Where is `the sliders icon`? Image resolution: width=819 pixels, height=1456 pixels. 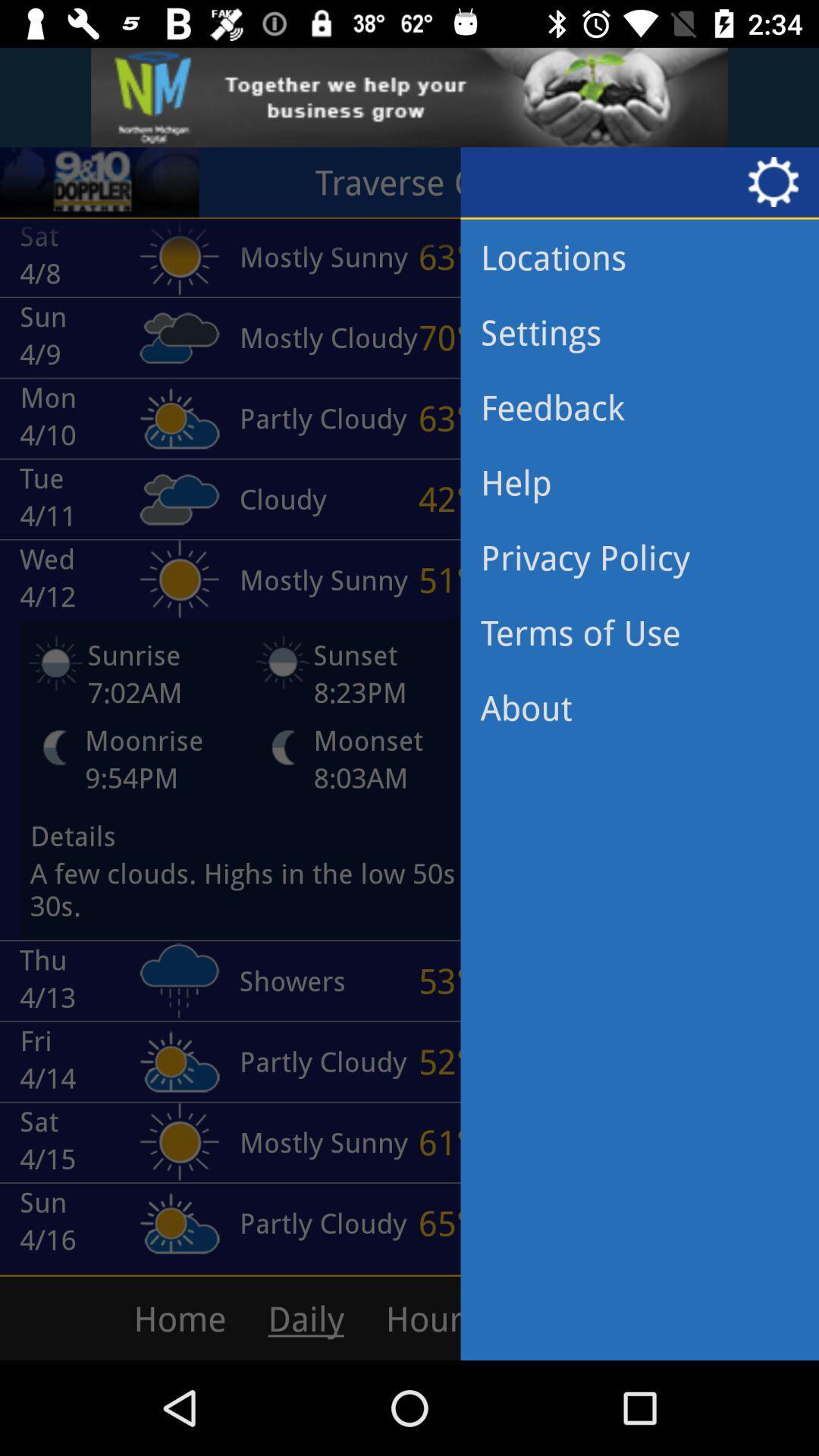
the sliders icon is located at coordinates (99, 182).